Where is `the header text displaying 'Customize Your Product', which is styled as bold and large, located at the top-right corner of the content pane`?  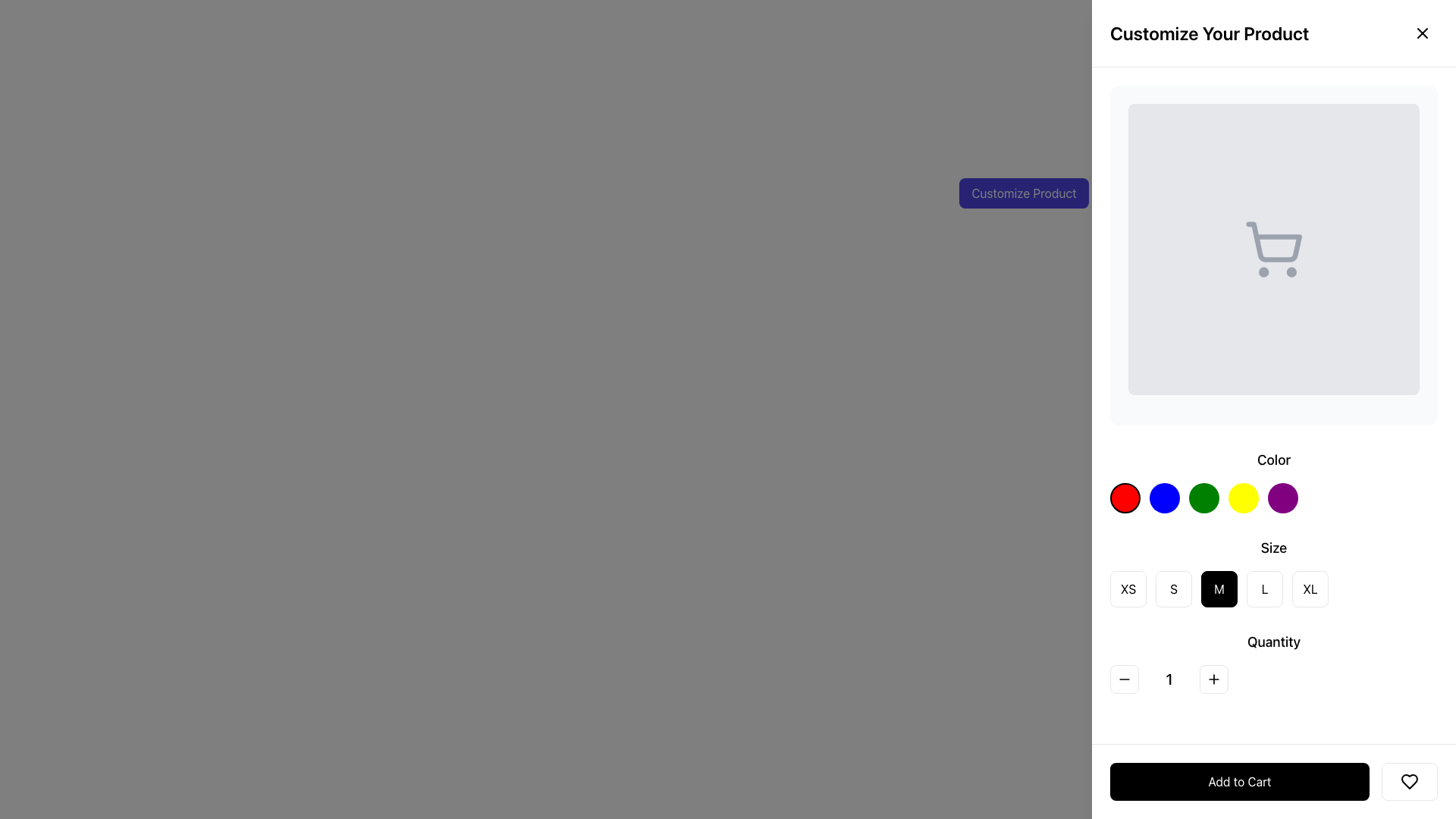
the header text displaying 'Customize Your Product', which is styled as bold and large, located at the top-right corner of the content pane is located at coordinates (1209, 33).